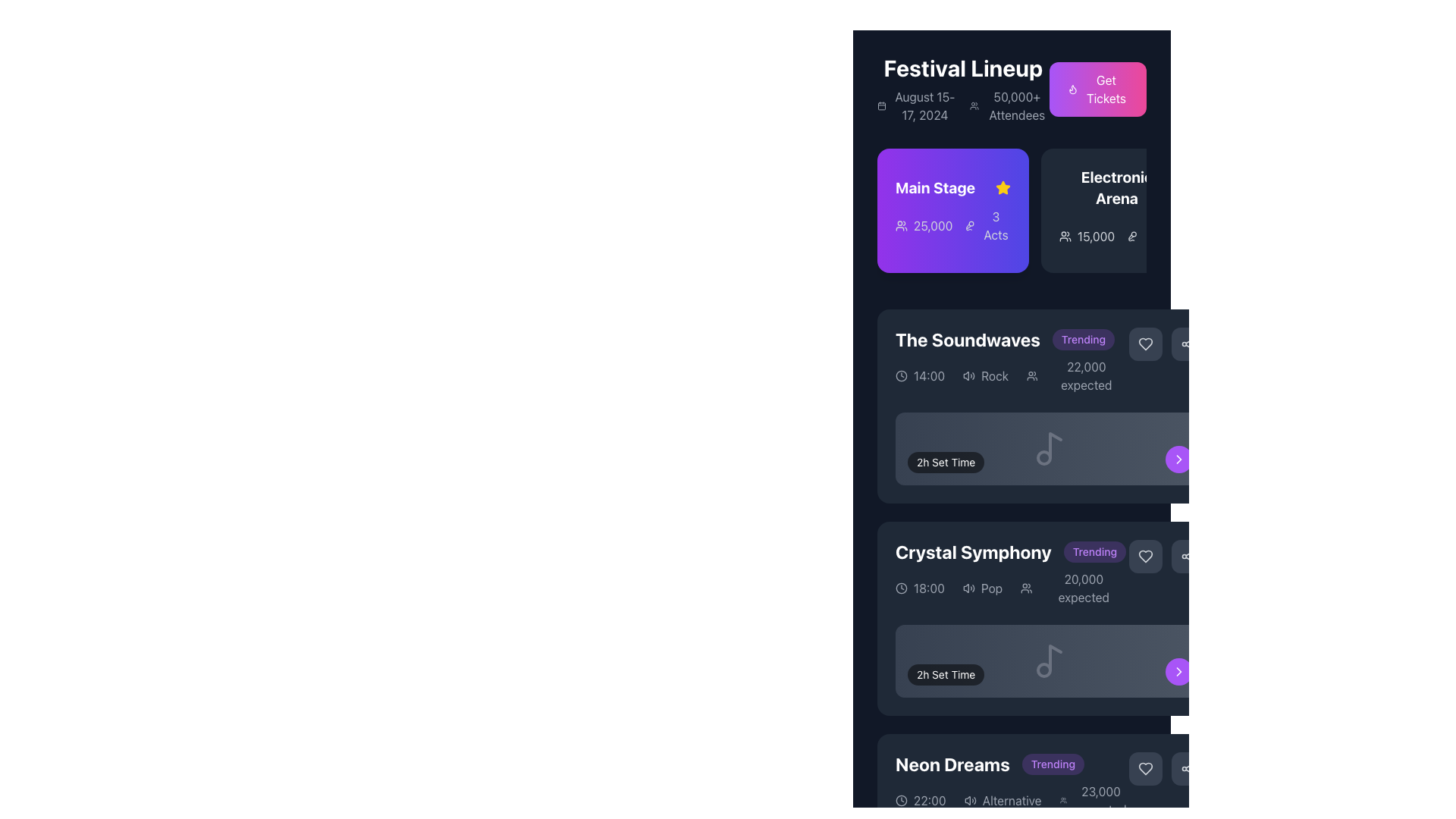 This screenshot has height=819, width=1456. I want to click on the list item labeled 'Crystal Symphony' with the 'Trending' badge, which is styled with a bold white font and a purple background, located below 'The Soundwaves', so click(1012, 552).